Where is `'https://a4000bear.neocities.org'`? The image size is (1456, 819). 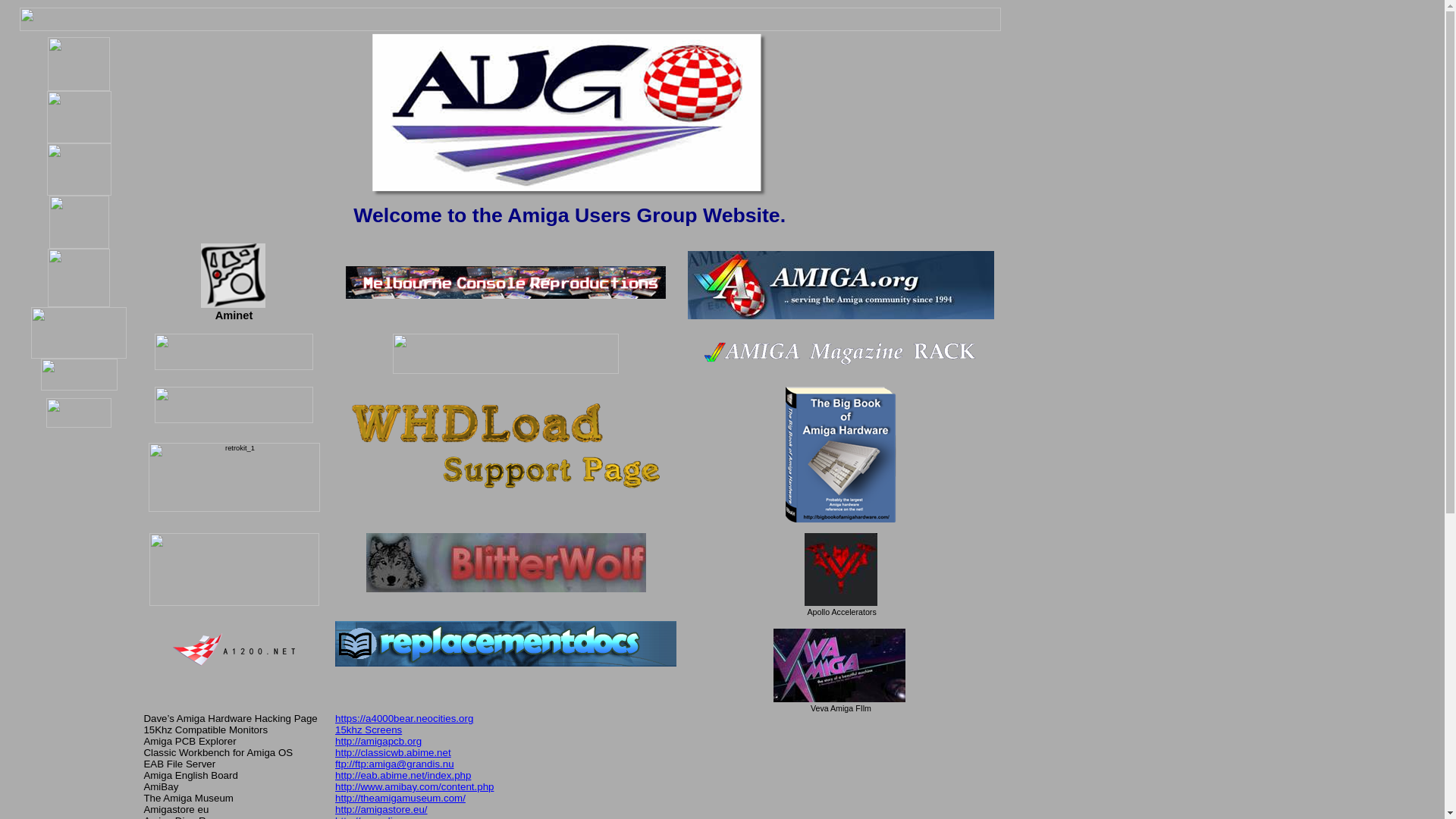 'https://a4000bear.neocities.org' is located at coordinates (403, 717).